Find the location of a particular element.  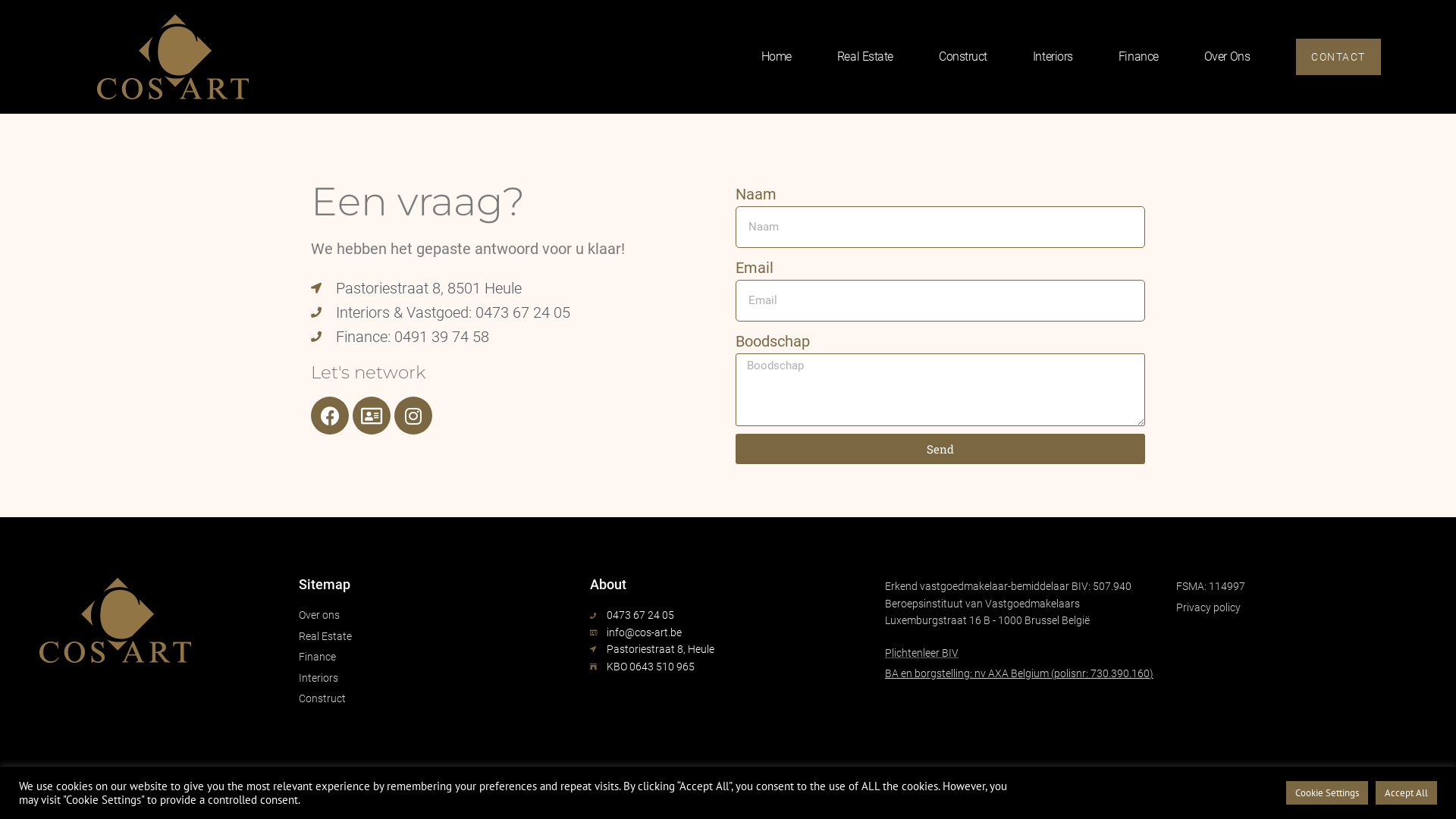

'Finance' is located at coordinates (1138, 55).